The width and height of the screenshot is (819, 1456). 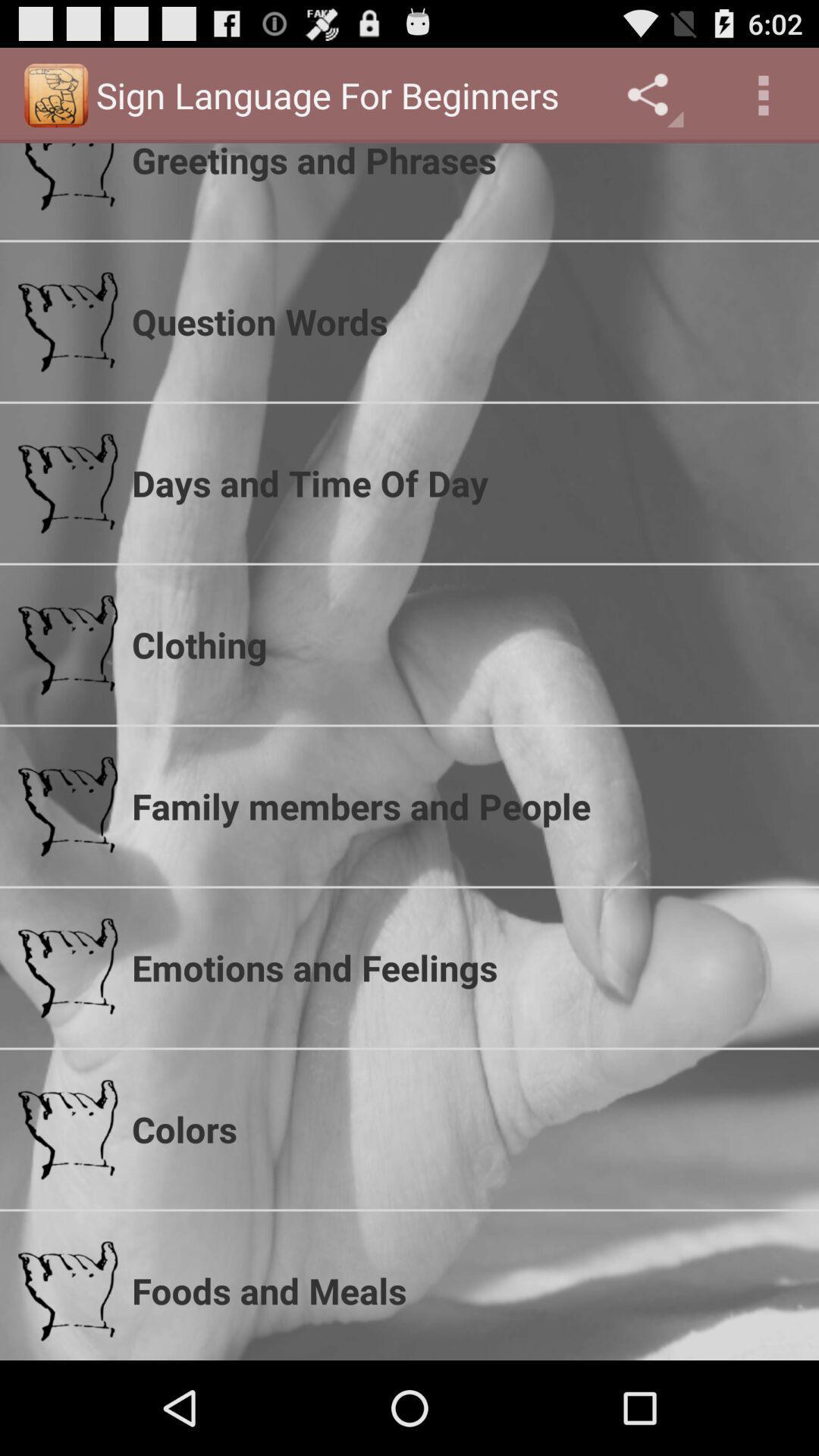 What do you see at coordinates (465, 645) in the screenshot?
I see `icon below days and time item` at bounding box center [465, 645].